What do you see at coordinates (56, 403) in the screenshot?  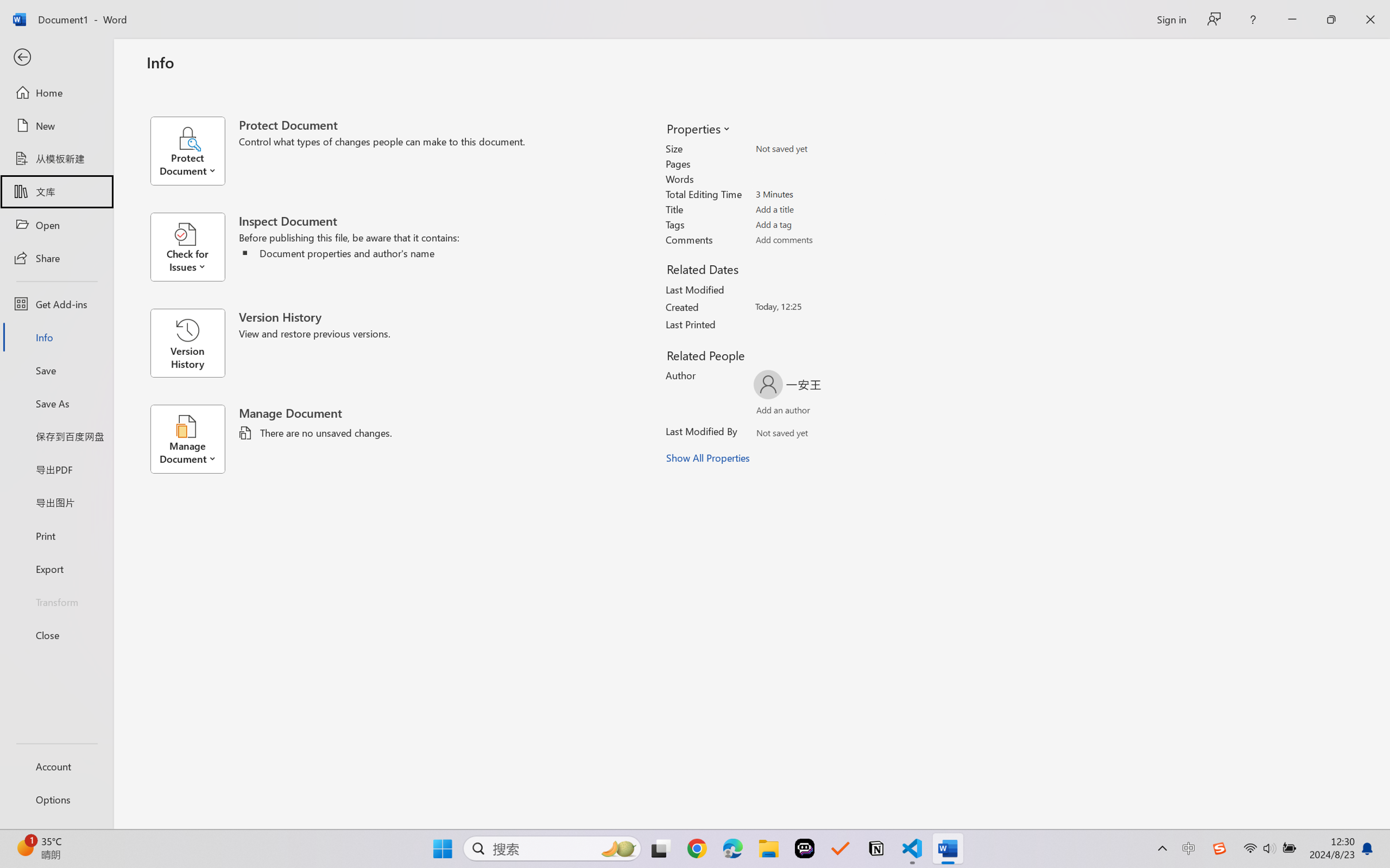 I see `'Save As'` at bounding box center [56, 403].